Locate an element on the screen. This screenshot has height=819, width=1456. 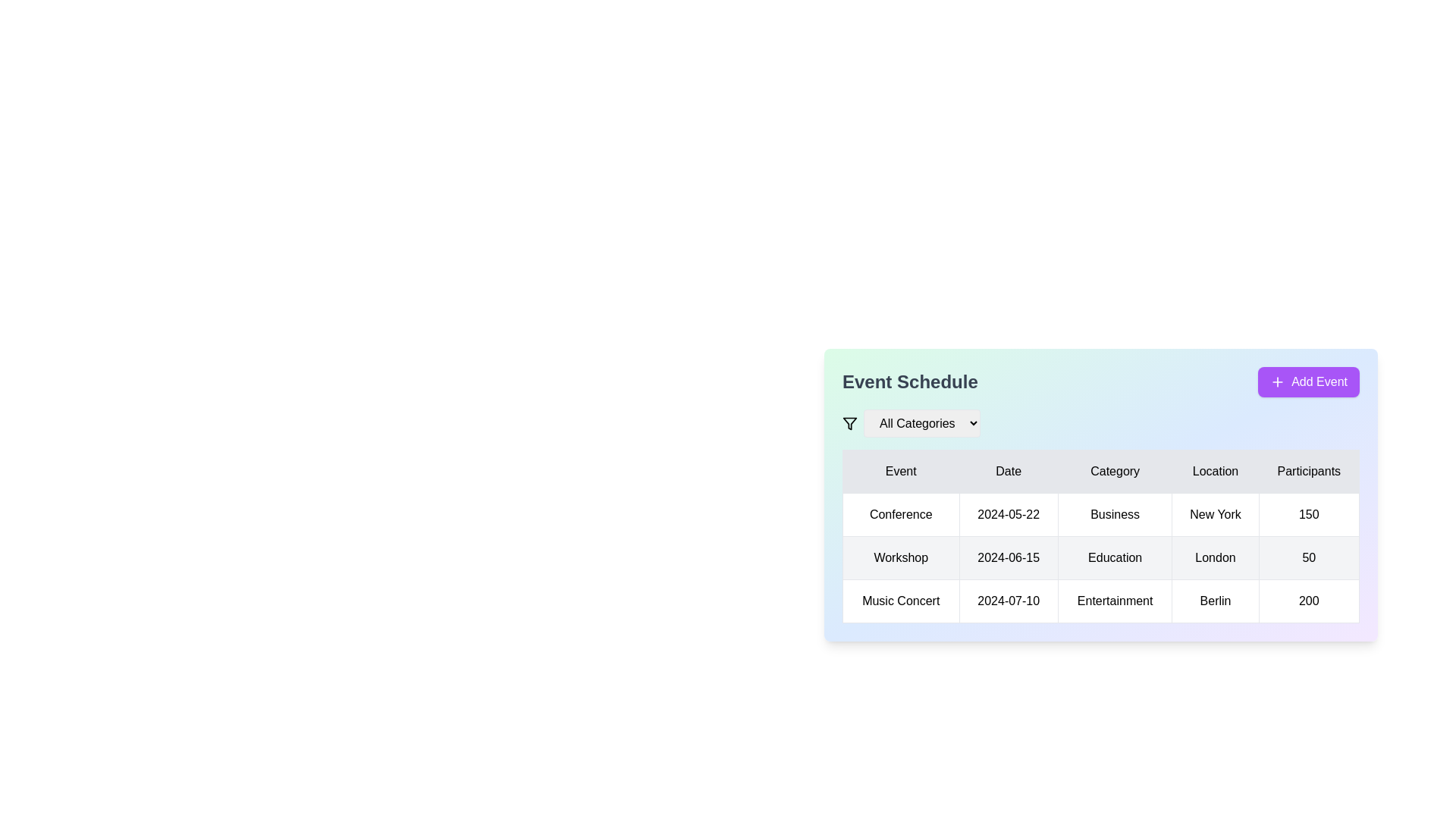
the label displaying 'Event', which is the first item in a horizontal row of labels under the 'Event Schedule' section is located at coordinates (901, 470).